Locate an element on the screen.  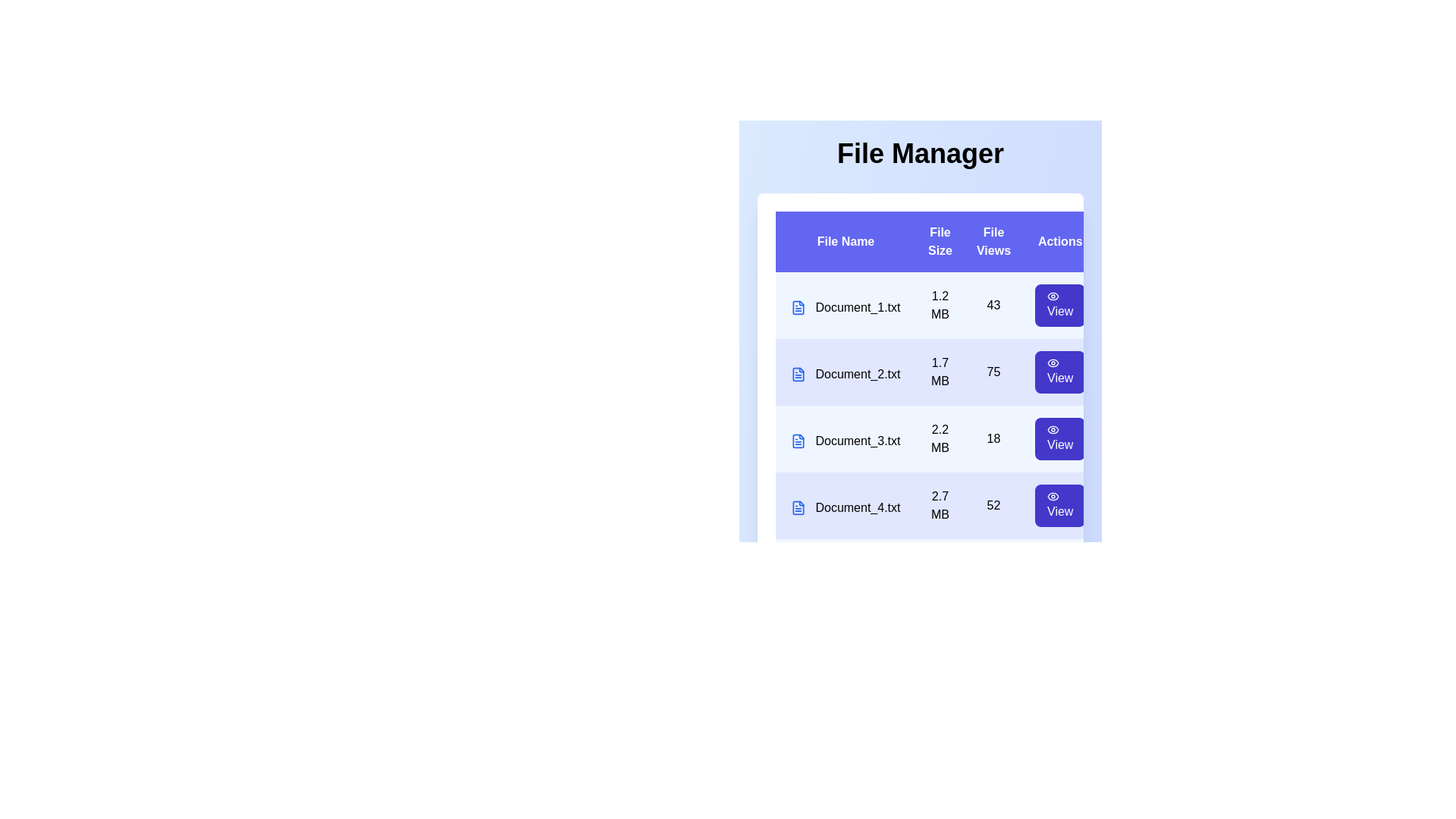
the file icon corresponding to Document_2.txt is located at coordinates (797, 374).